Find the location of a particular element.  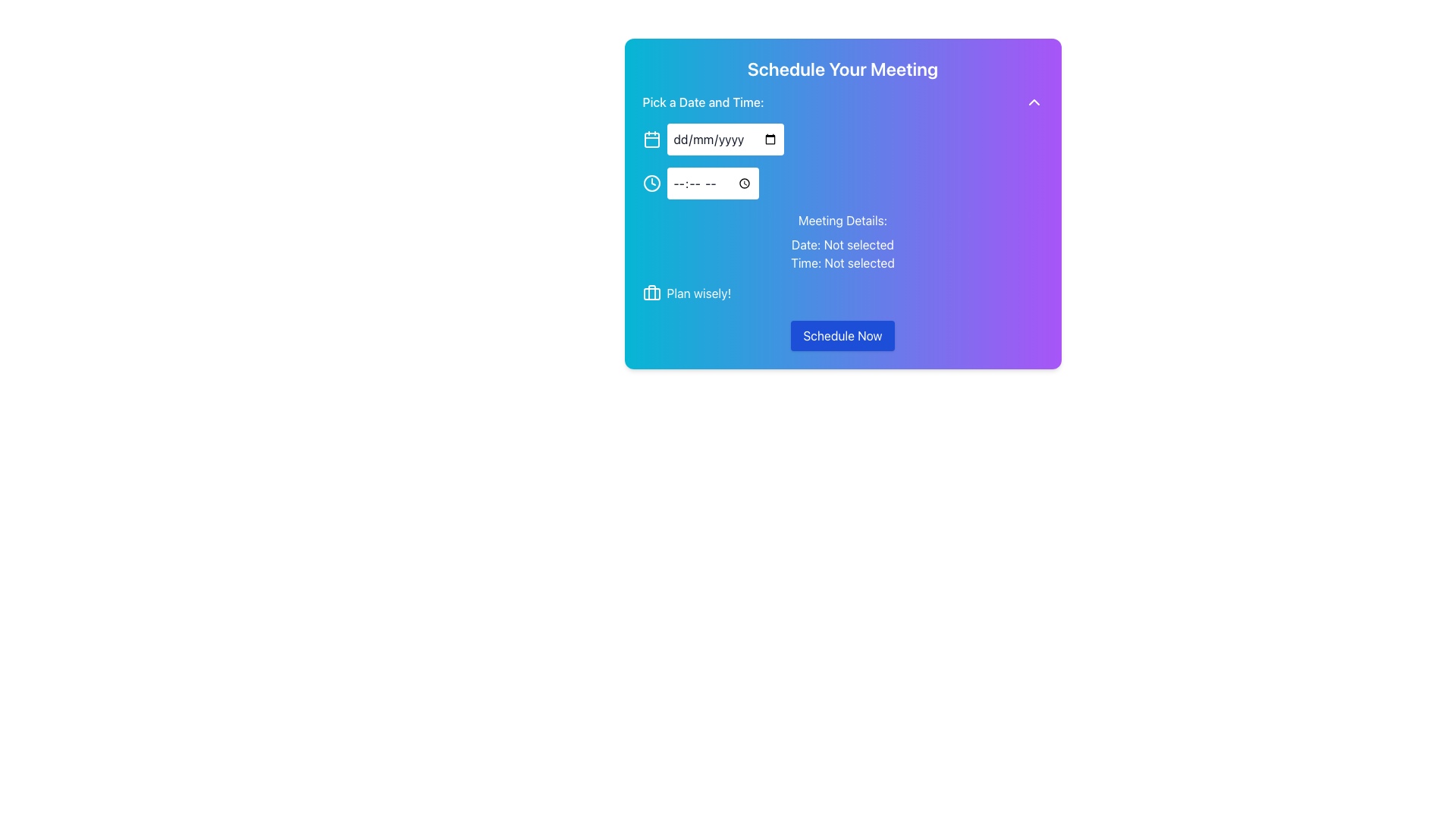

the vertical decorative line of the briefcase icon within the SVG element, which is part of the 'lucide-briefcase' class and located left of the text 'Plan wisely!' is located at coordinates (651, 292).